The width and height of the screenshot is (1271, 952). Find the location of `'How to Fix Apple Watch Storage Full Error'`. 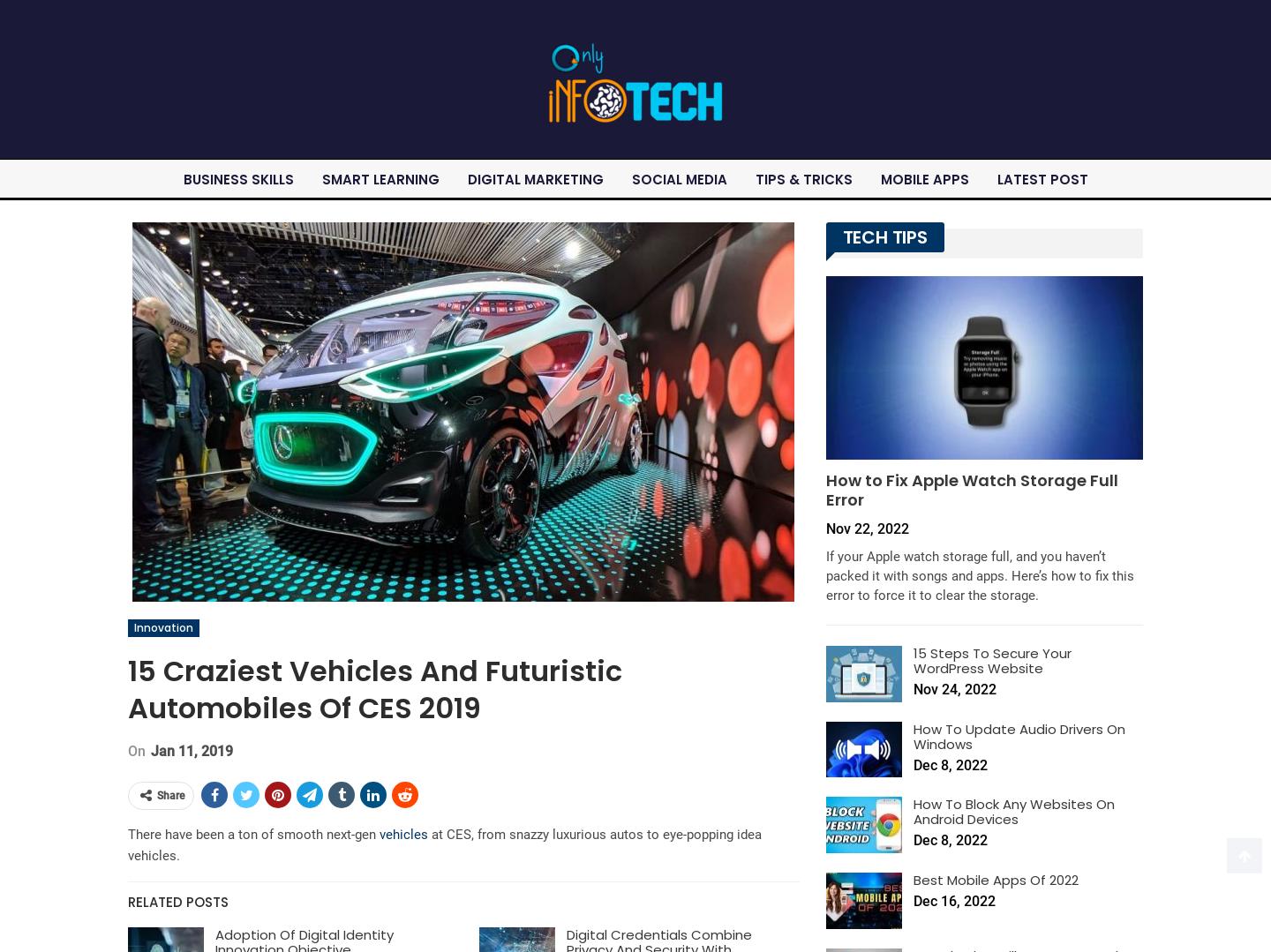

'How to Fix Apple Watch Storage Full Error' is located at coordinates (970, 488).